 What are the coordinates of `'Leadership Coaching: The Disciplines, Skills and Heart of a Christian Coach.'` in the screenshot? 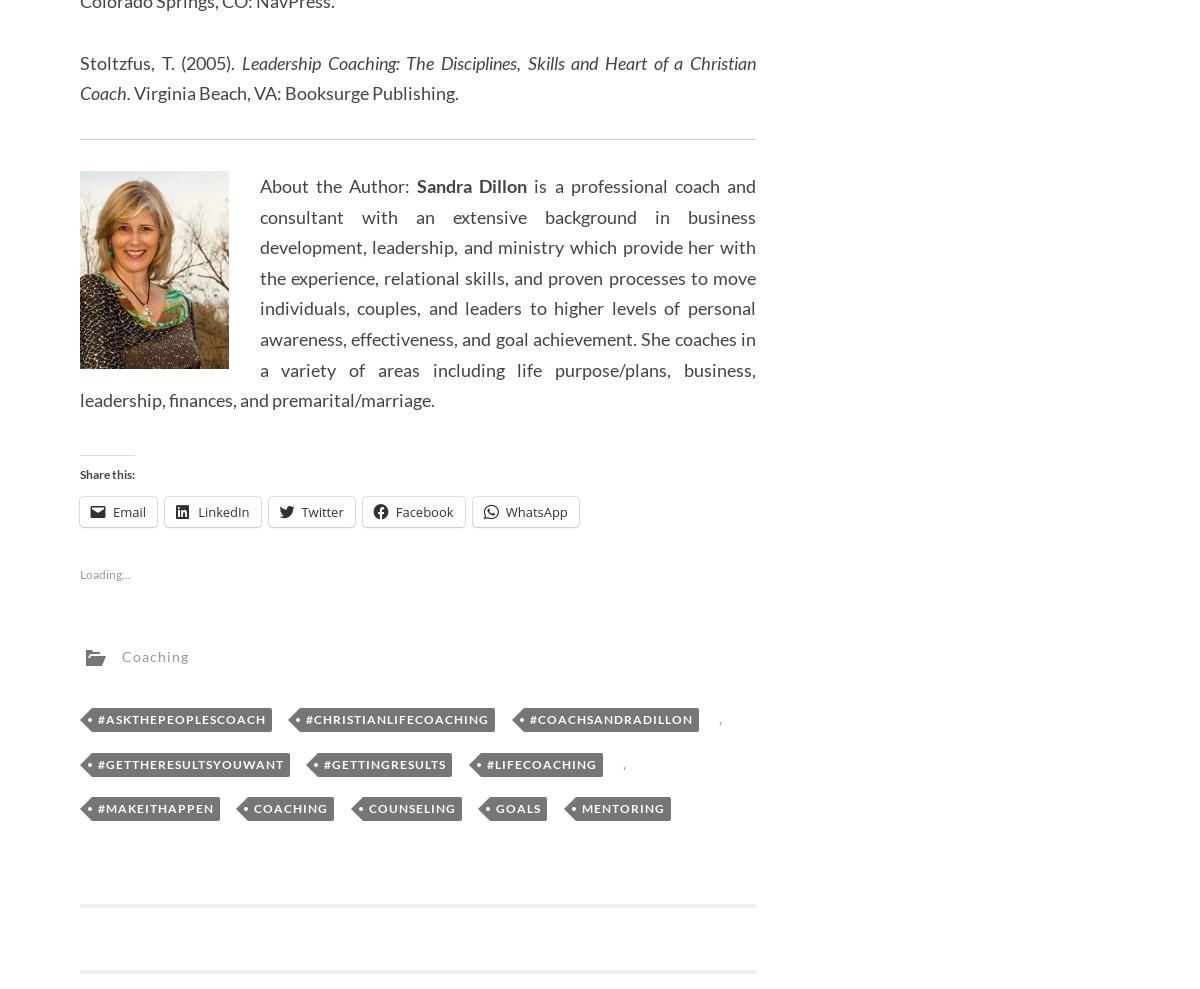 It's located at (417, 77).